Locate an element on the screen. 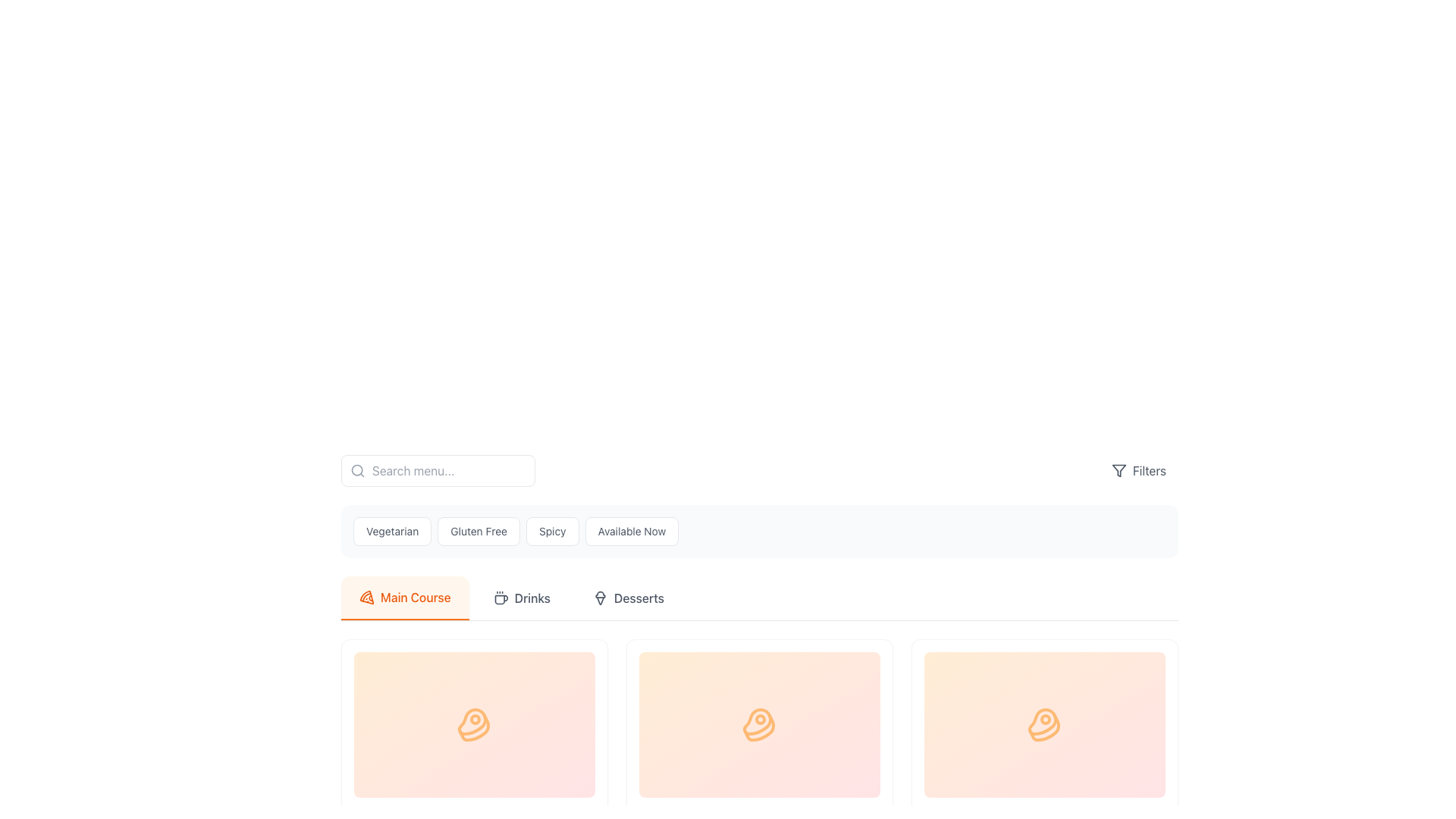 The height and width of the screenshot is (819, 1456). the meat-related icon located in the first card of the horizontally arranged grid under the 'Main Course' section of the menu interface is located at coordinates (472, 721).